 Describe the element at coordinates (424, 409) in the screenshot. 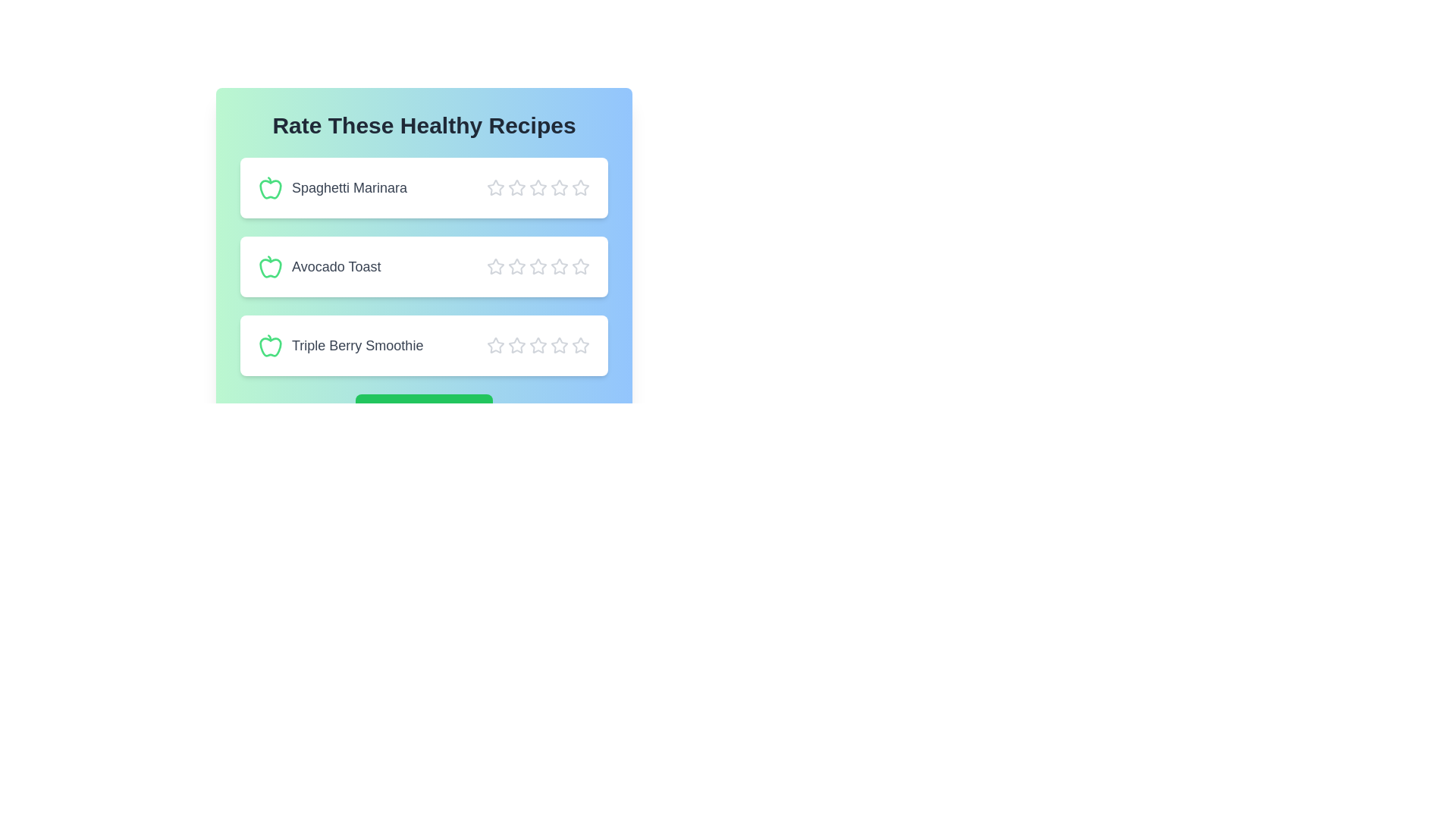

I see `the 'Submit Feedback' button to submit the ratings` at that location.